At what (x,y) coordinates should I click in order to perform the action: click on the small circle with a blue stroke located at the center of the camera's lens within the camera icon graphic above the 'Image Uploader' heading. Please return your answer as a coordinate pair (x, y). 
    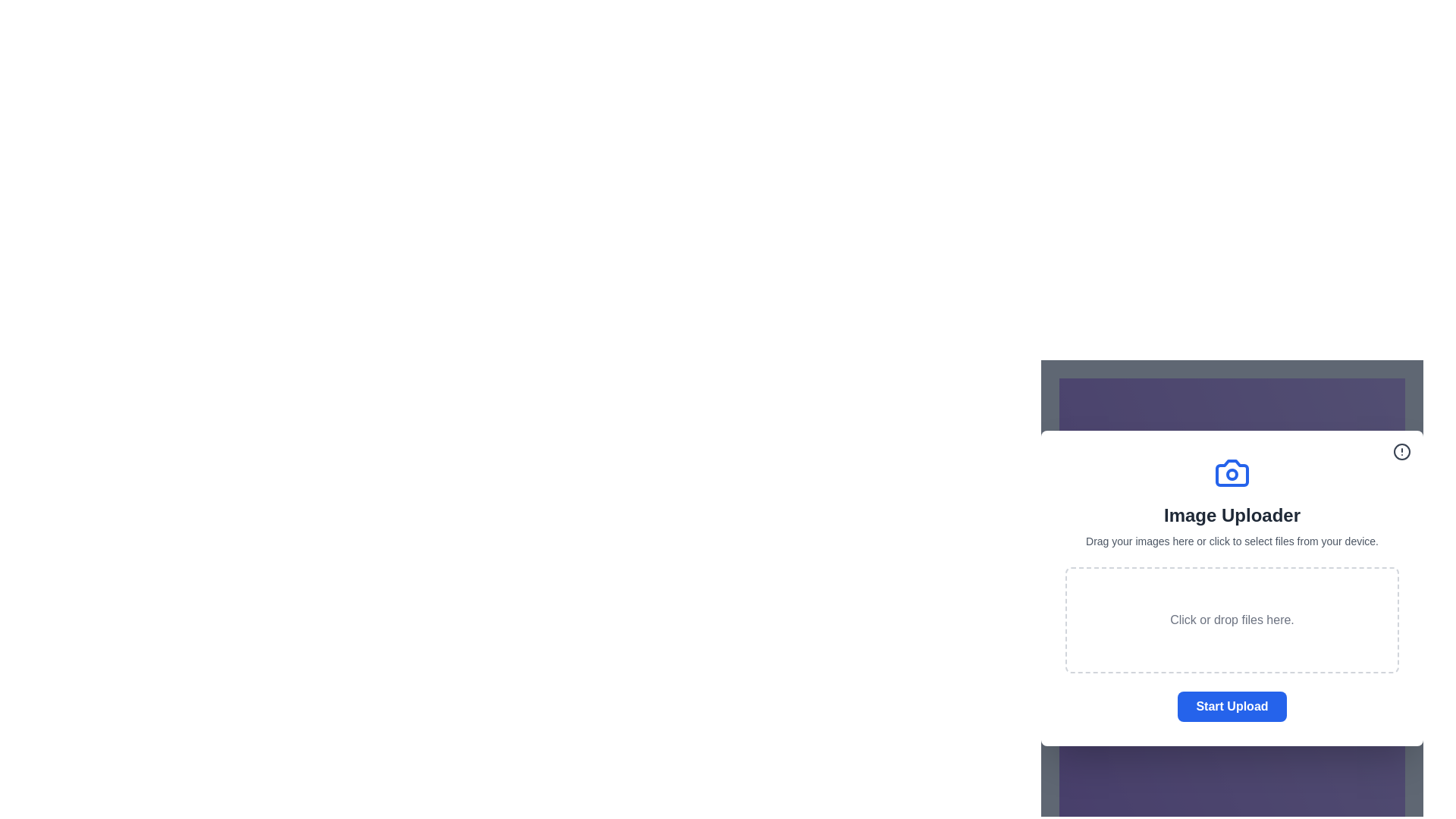
    Looking at the image, I should click on (1232, 473).